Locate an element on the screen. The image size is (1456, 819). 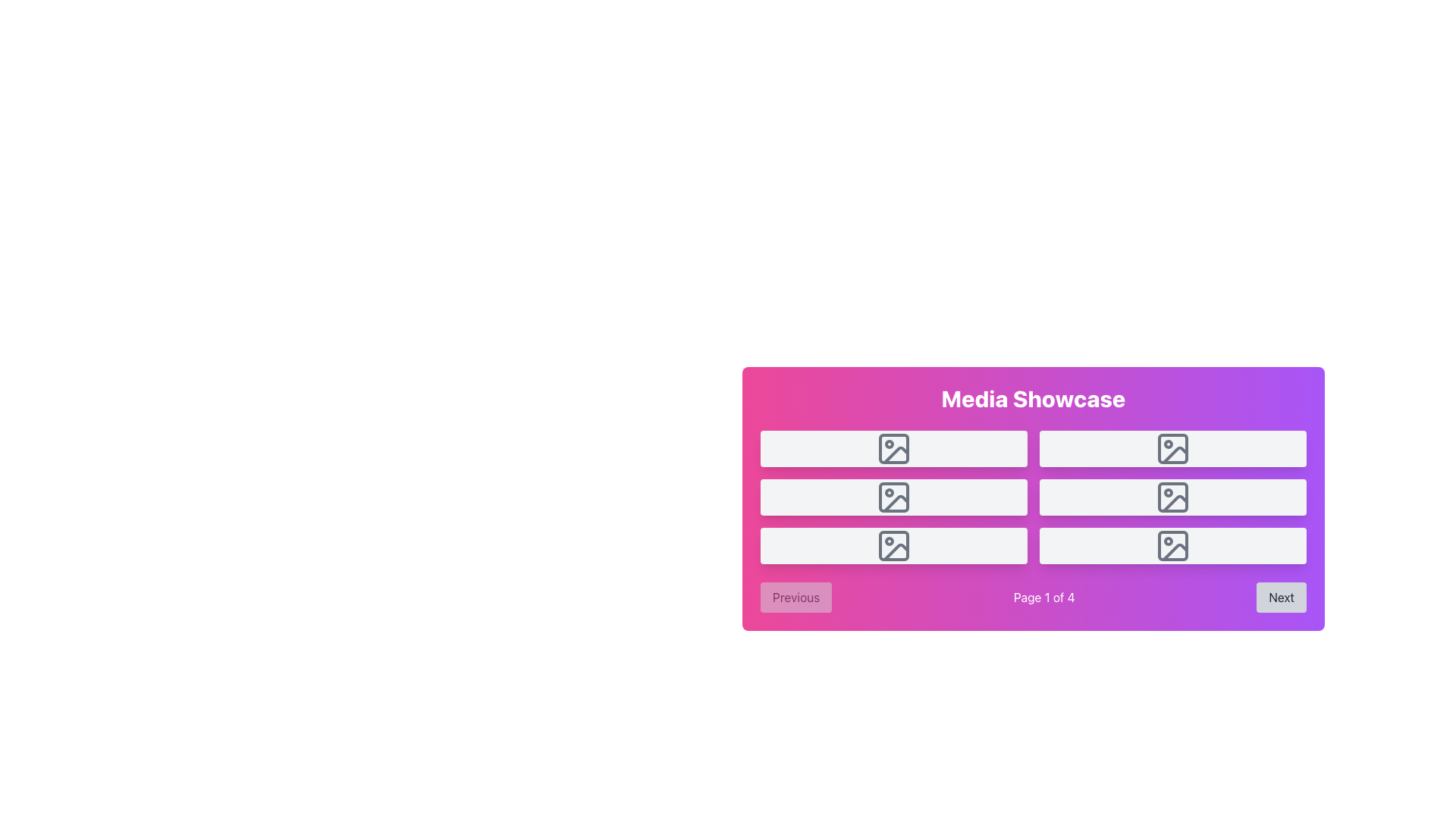
the image placeholder icon located in the second column of the second row within the 'Media Showcase' grid is located at coordinates (1172, 497).